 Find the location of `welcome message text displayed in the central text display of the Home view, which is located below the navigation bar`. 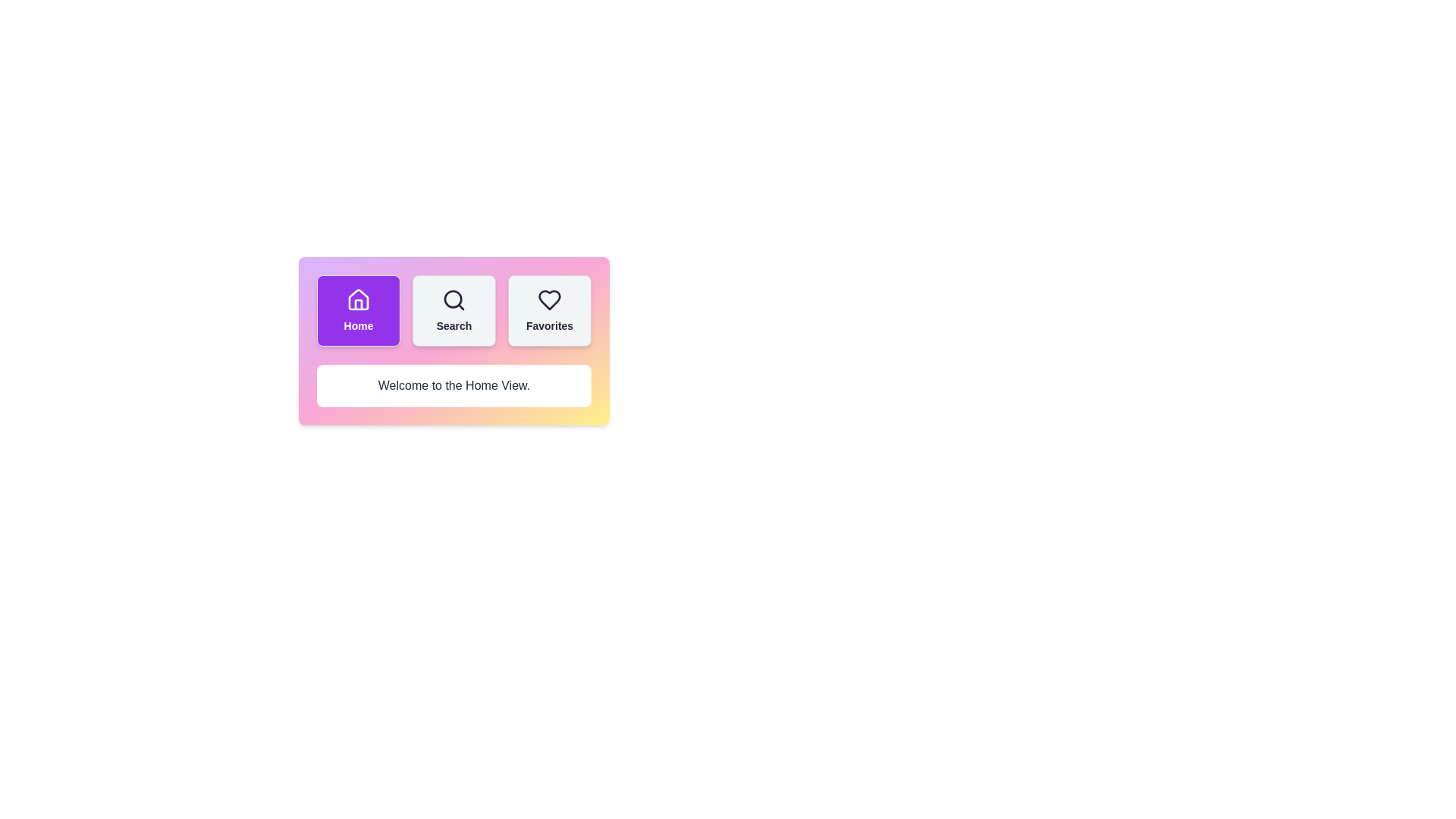

welcome message text displayed in the central text display of the Home view, which is located below the navigation bar is located at coordinates (453, 385).